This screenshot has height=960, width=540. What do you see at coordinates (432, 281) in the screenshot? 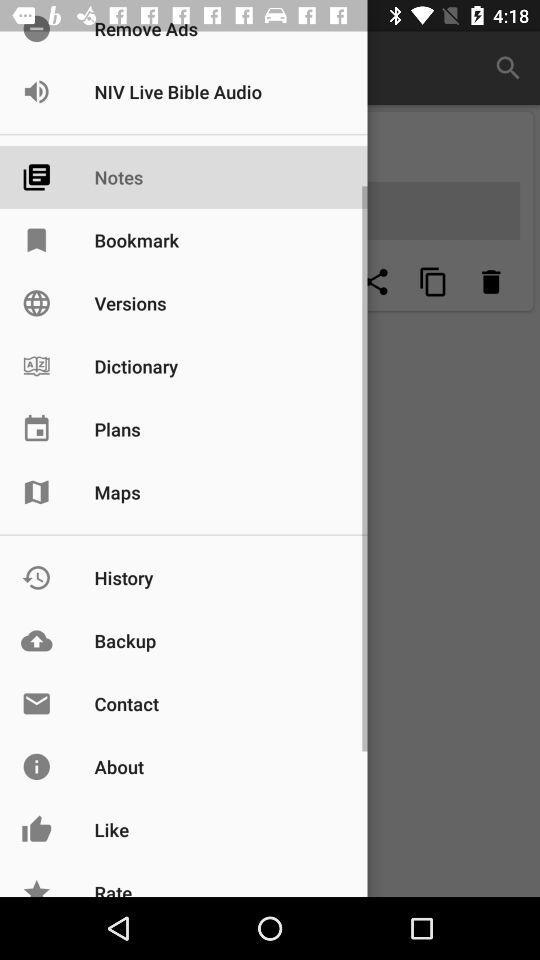
I see `menu button` at bounding box center [432, 281].